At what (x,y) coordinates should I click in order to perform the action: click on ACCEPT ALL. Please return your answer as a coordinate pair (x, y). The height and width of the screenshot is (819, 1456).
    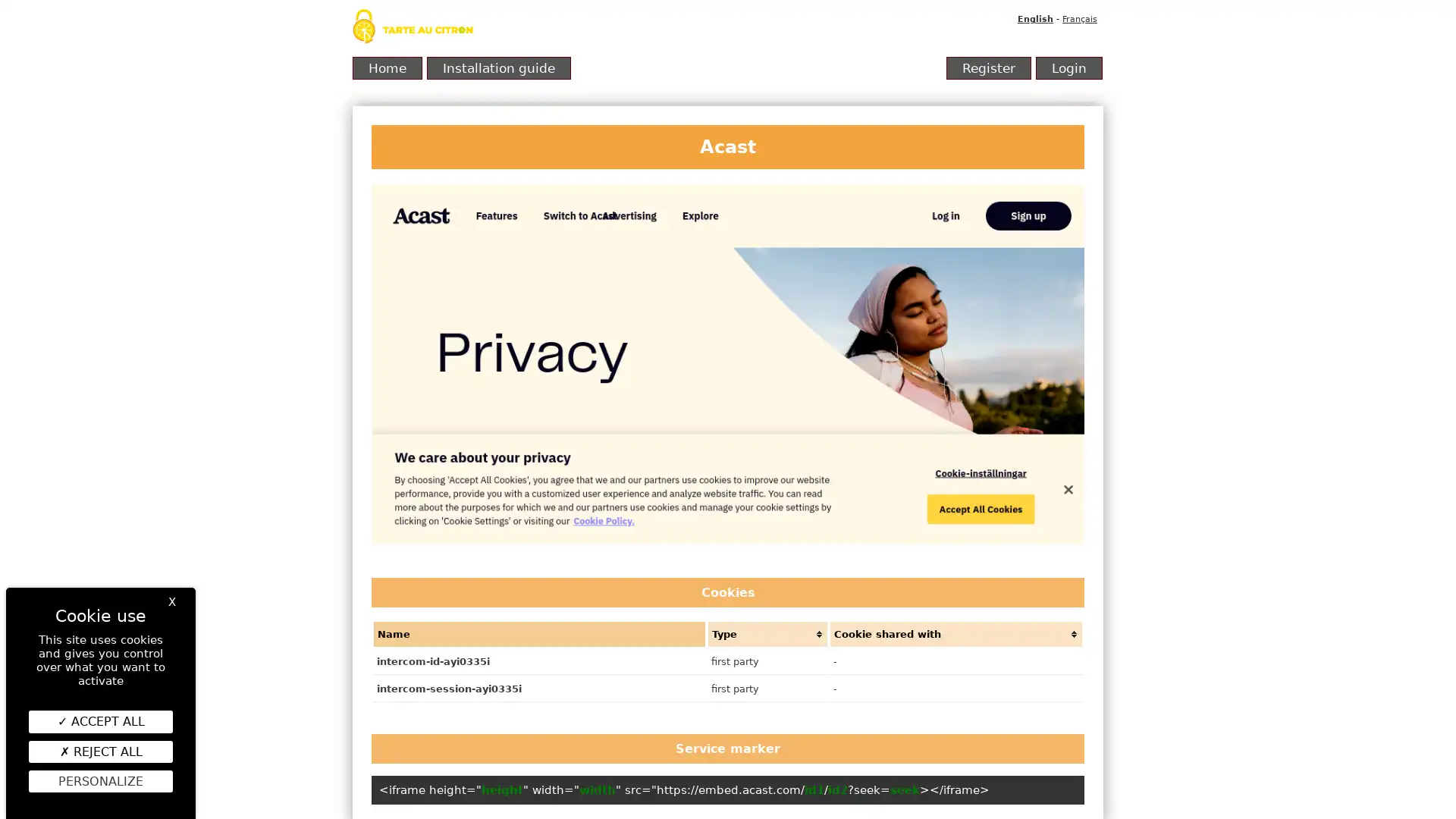
    Looking at the image, I should click on (100, 720).